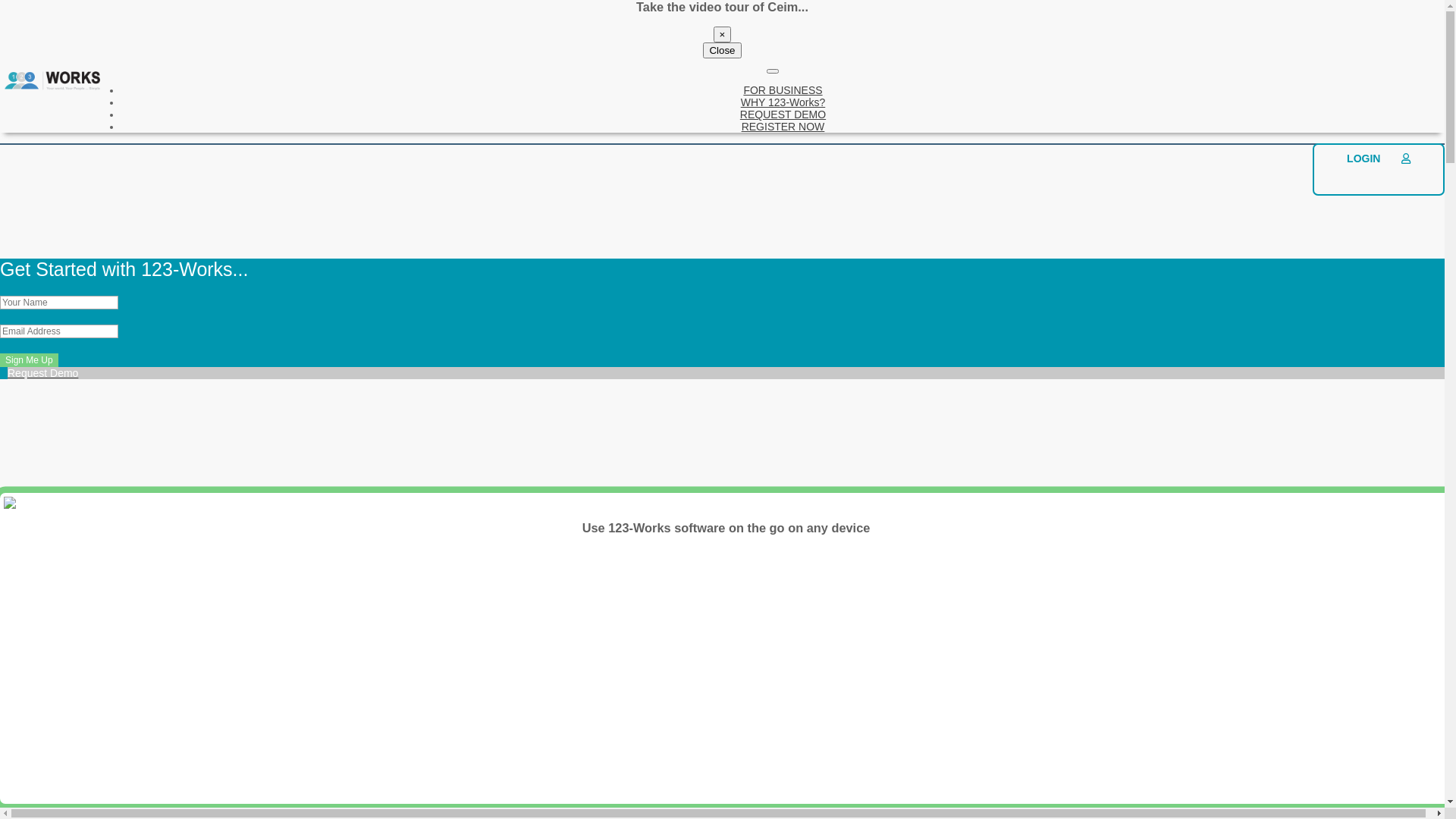 The height and width of the screenshot is (819, 1456). I want to click on 'Sign Me Up', so click(29, 359).